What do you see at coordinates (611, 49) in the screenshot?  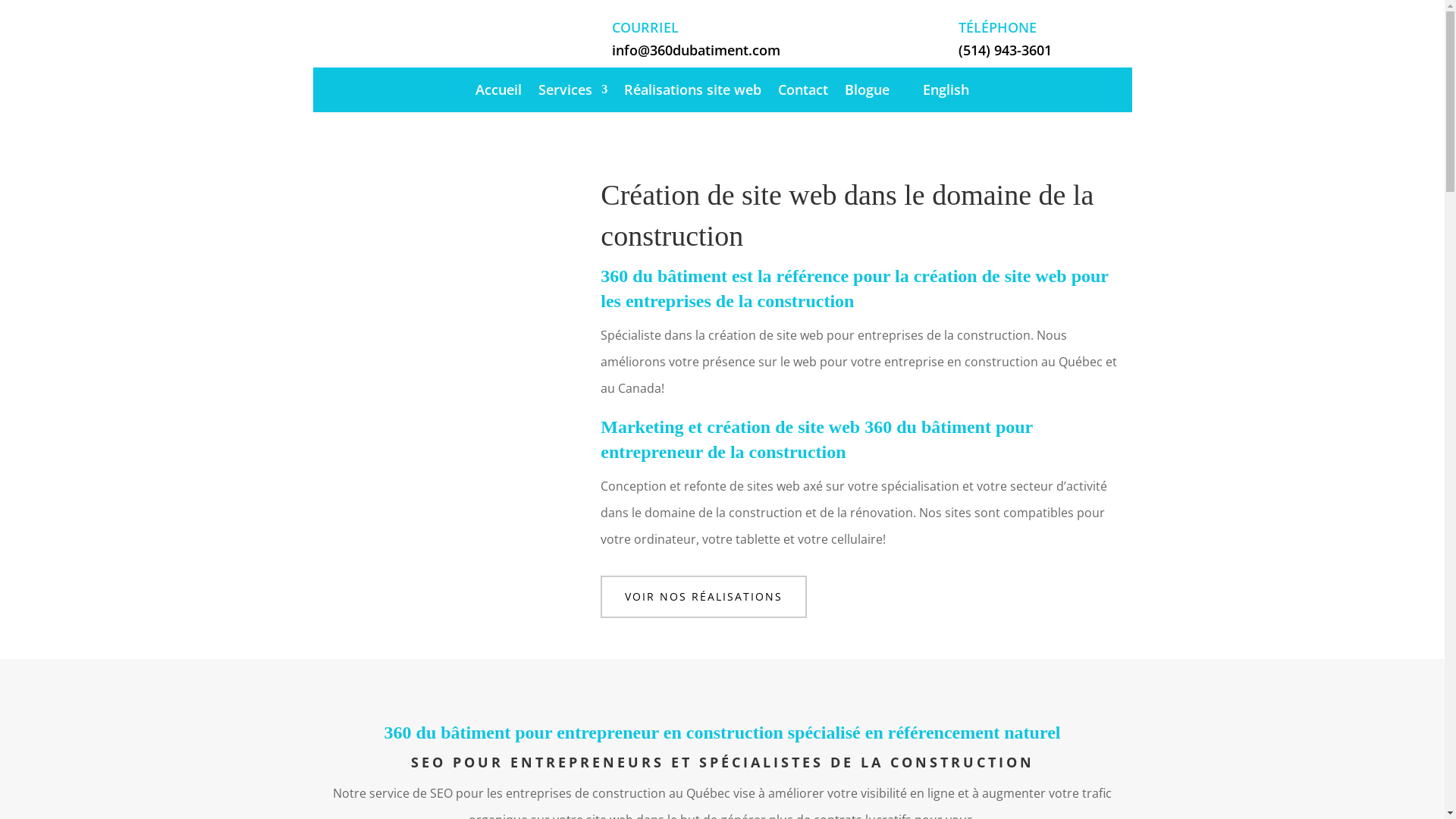 I see `'info@360dubatiment.com'` at bounding box center [611, 49].